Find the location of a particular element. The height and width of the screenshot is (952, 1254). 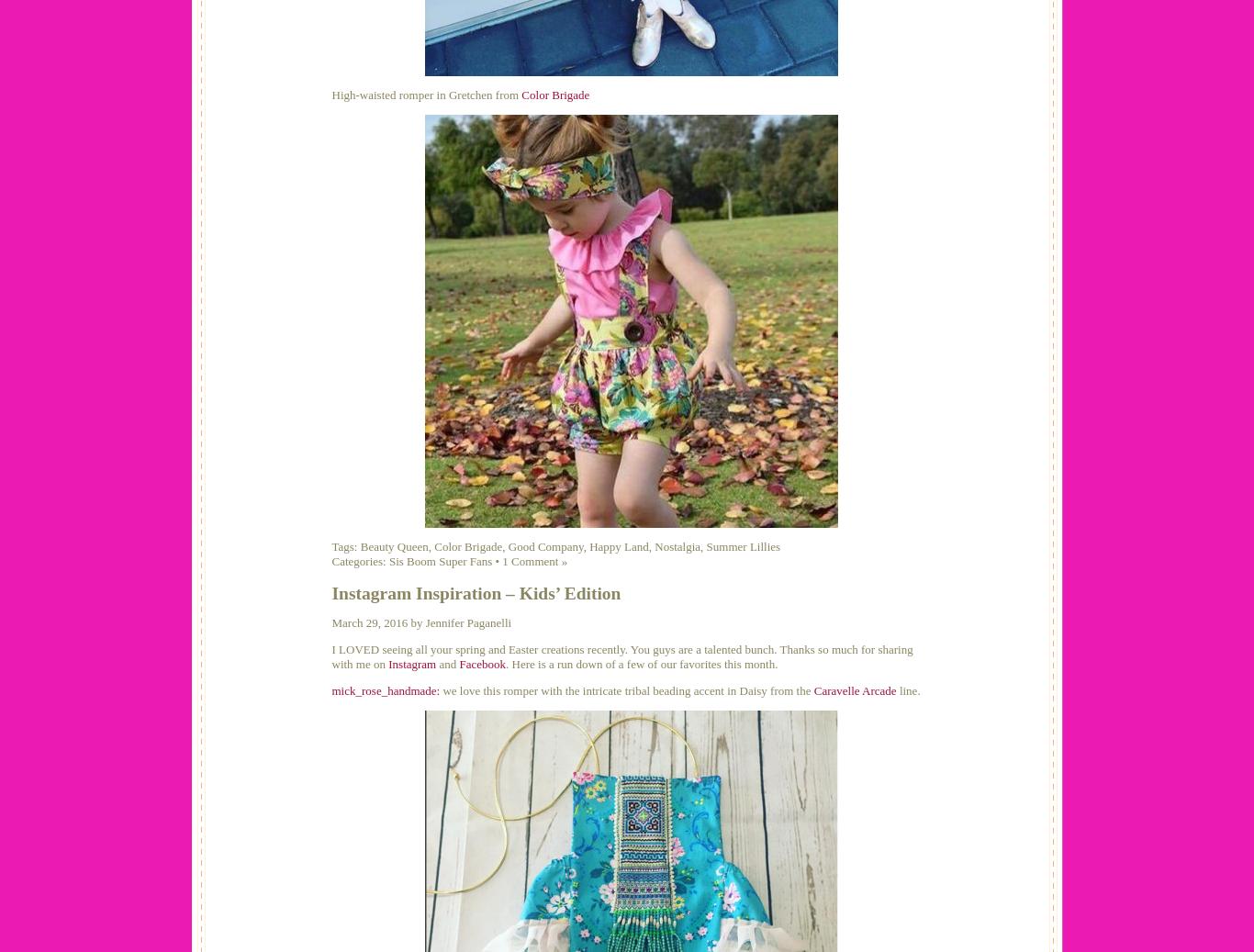

'1 Comment »' is located at coordinates (533, 561).